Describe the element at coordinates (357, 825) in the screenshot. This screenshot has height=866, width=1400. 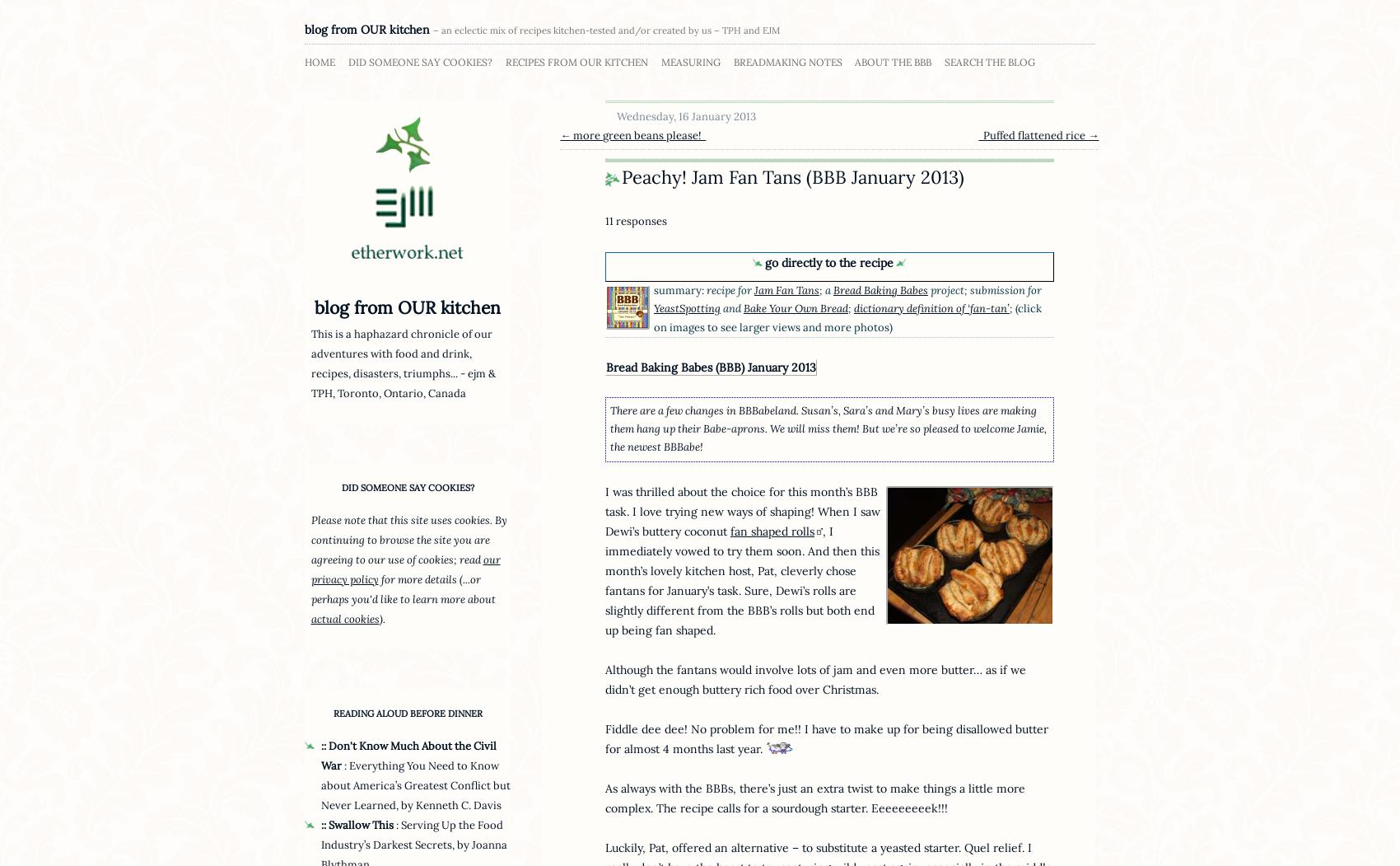
I see `':: Swallow This'` at that location.